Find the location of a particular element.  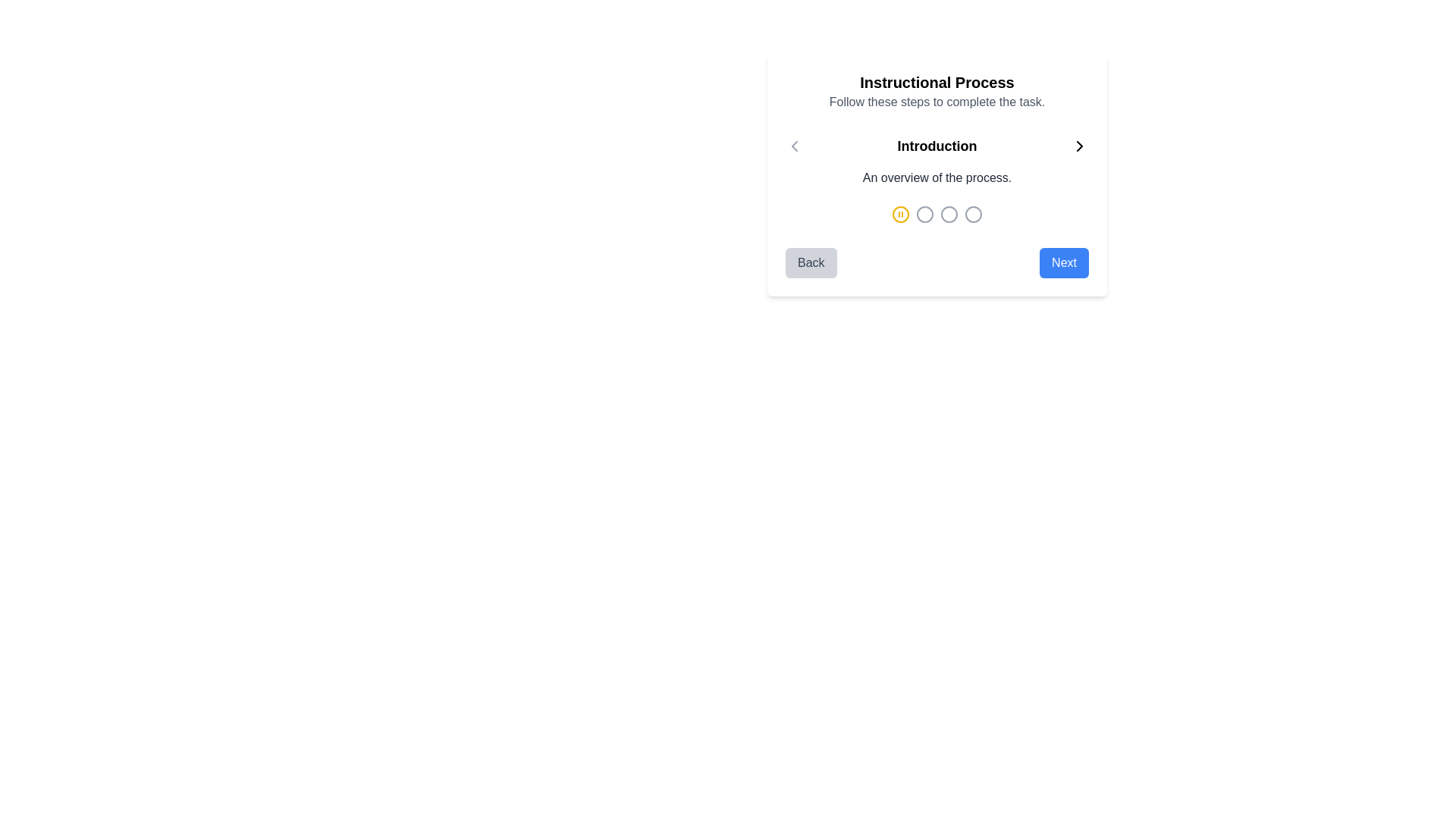

the fourth Step Progress Indicator (Circle) with a hollow design and gray border is located at coordinates (973, 214).